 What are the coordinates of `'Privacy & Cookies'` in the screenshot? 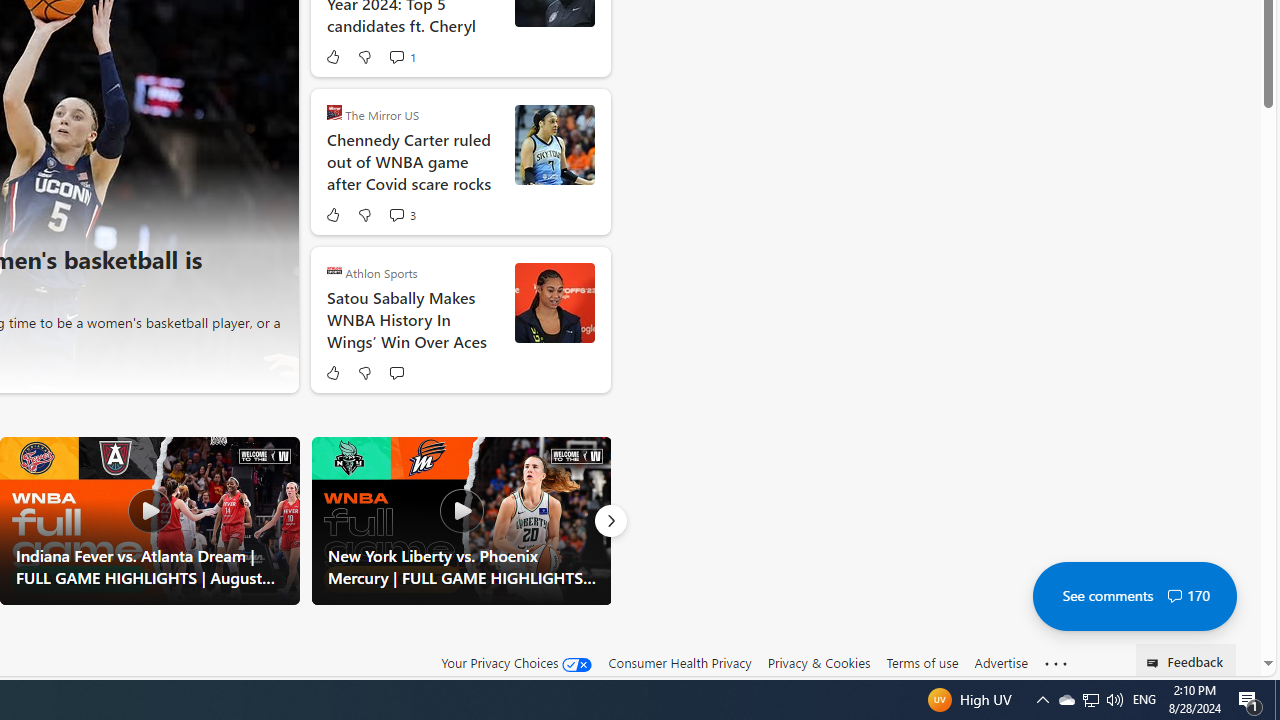 It's located at (818, 663).